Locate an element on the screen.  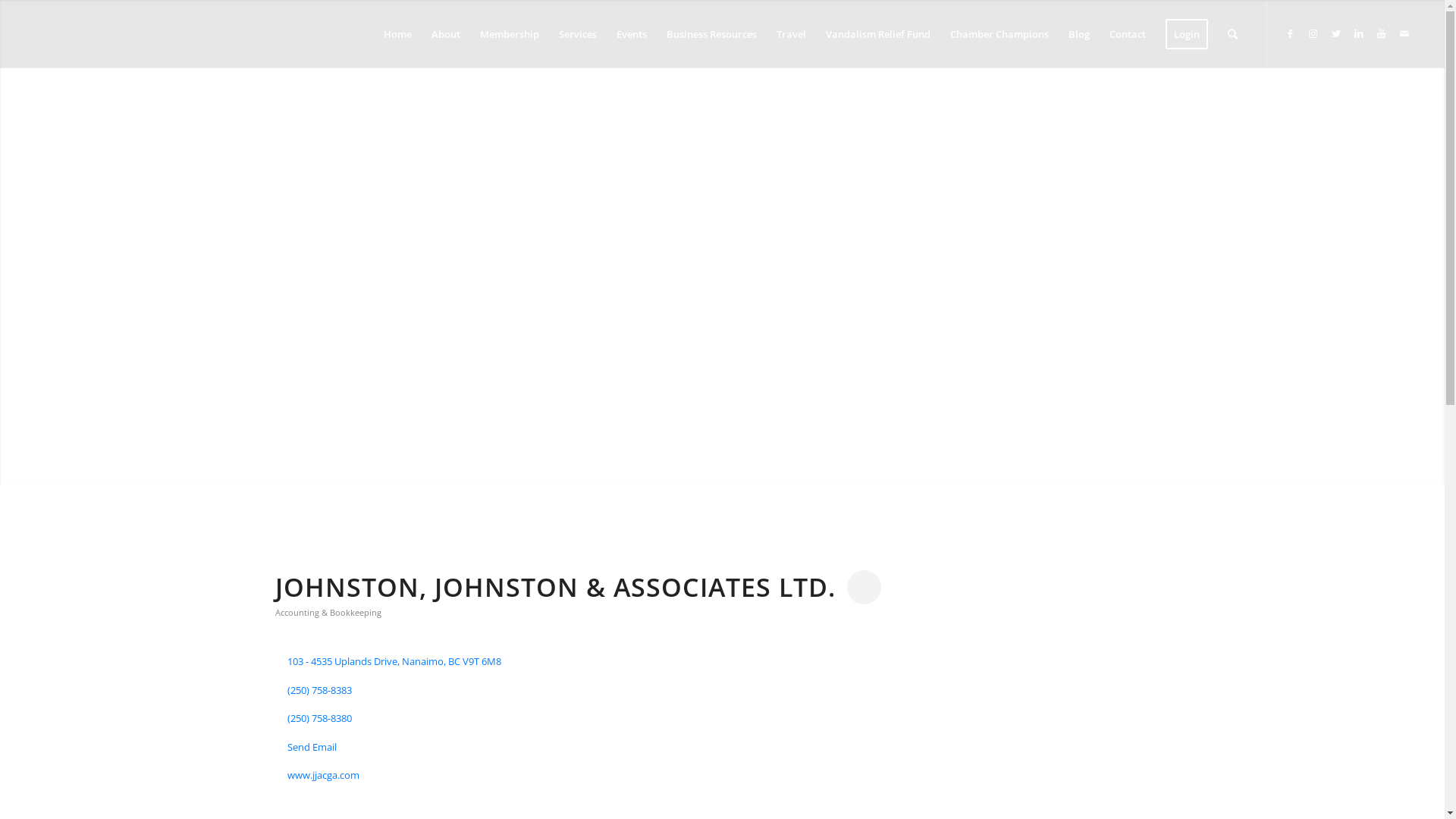
'Facebook' is located at coordinates (1290, 33).